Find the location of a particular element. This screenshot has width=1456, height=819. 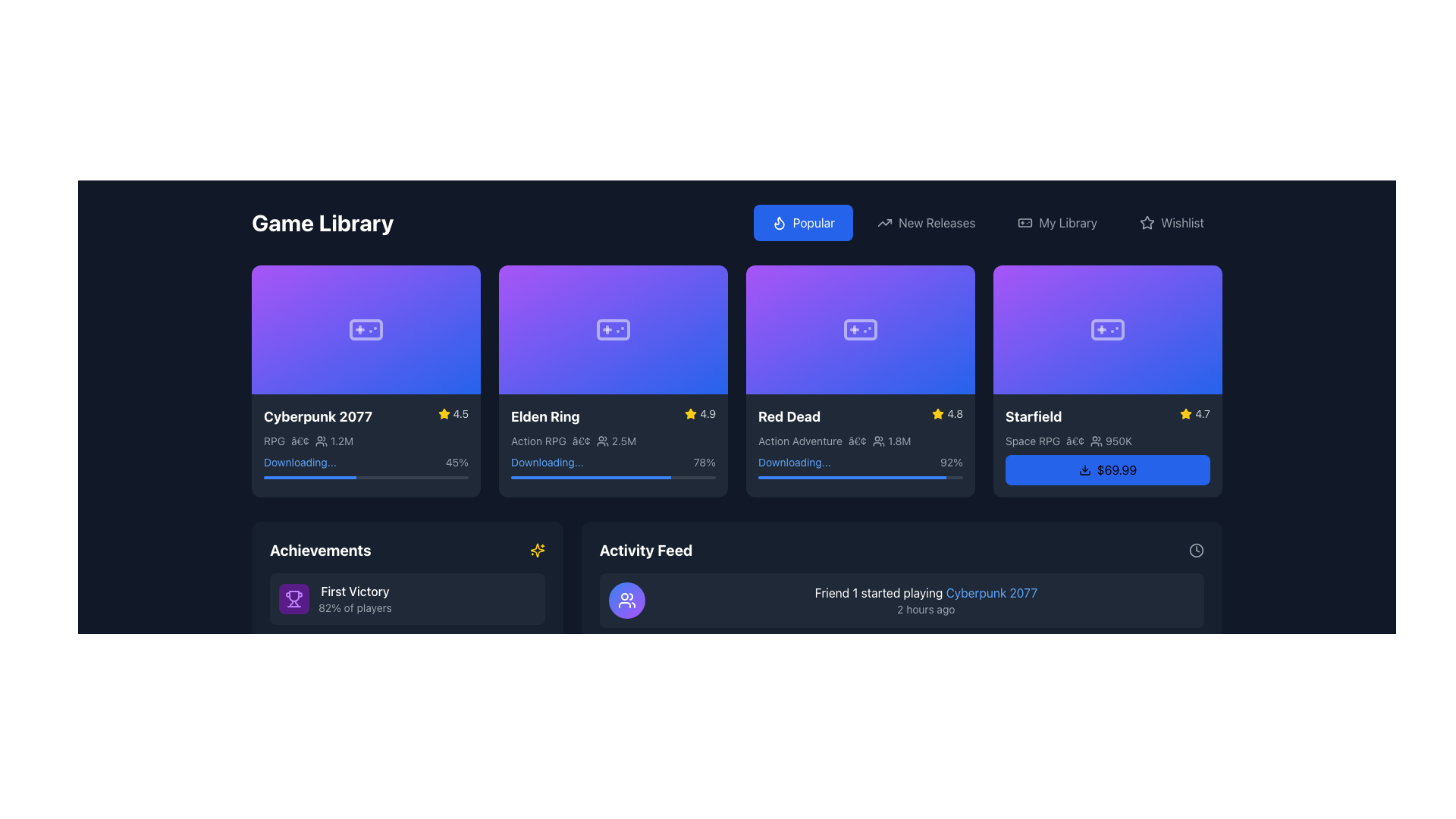

the text notification that reads 'Friend 1 started playing Cyberpunk 2077' with blue highlighted text, located in the 'Activity Feed' section above the timestamp is located at coordinates (925, 591).